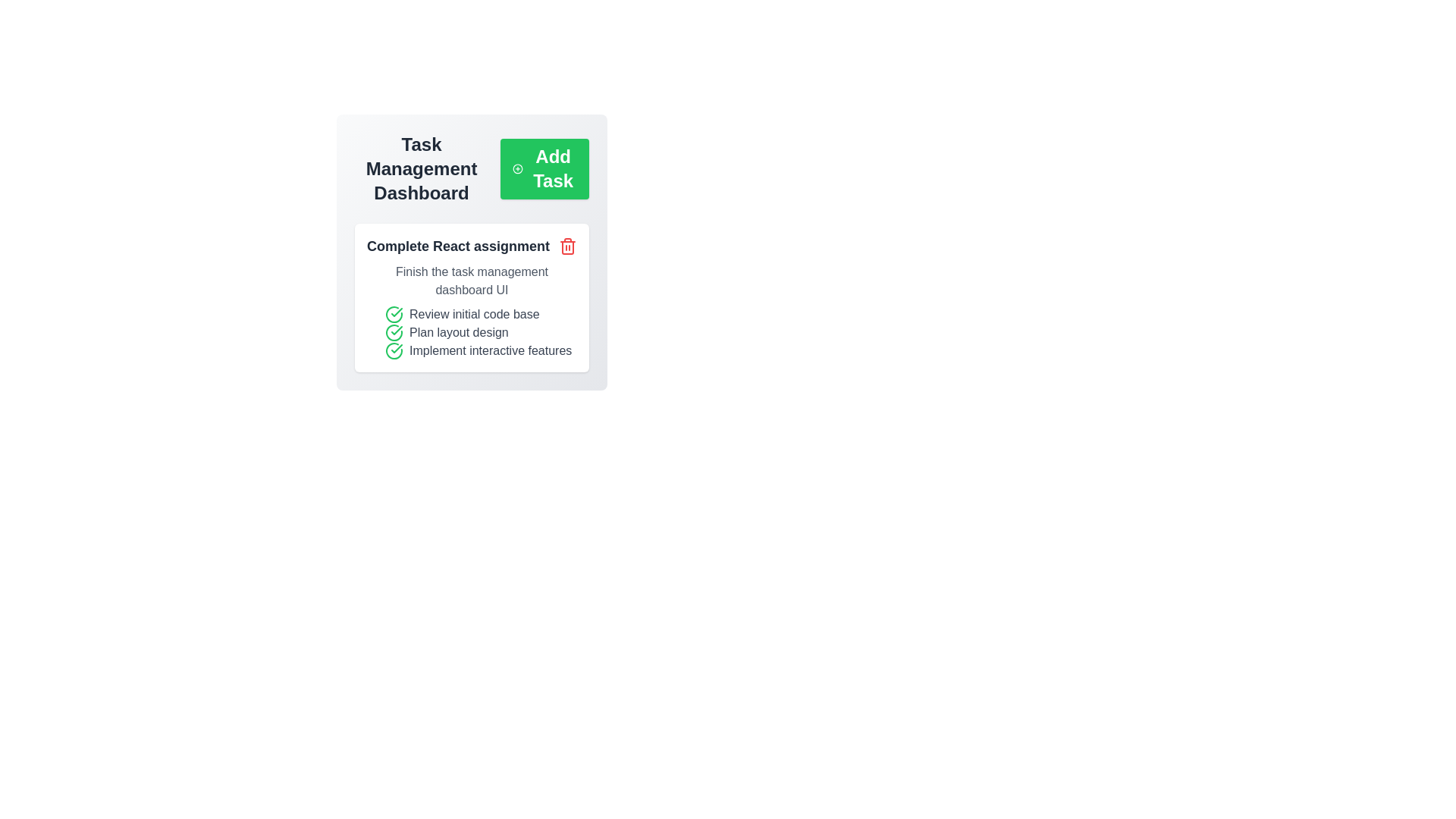 The image size is (1456, 819). I want to click on the static text label displaying the description of the task 'Complete React assignment', which is the first task item in the task card, so click(471, 281).